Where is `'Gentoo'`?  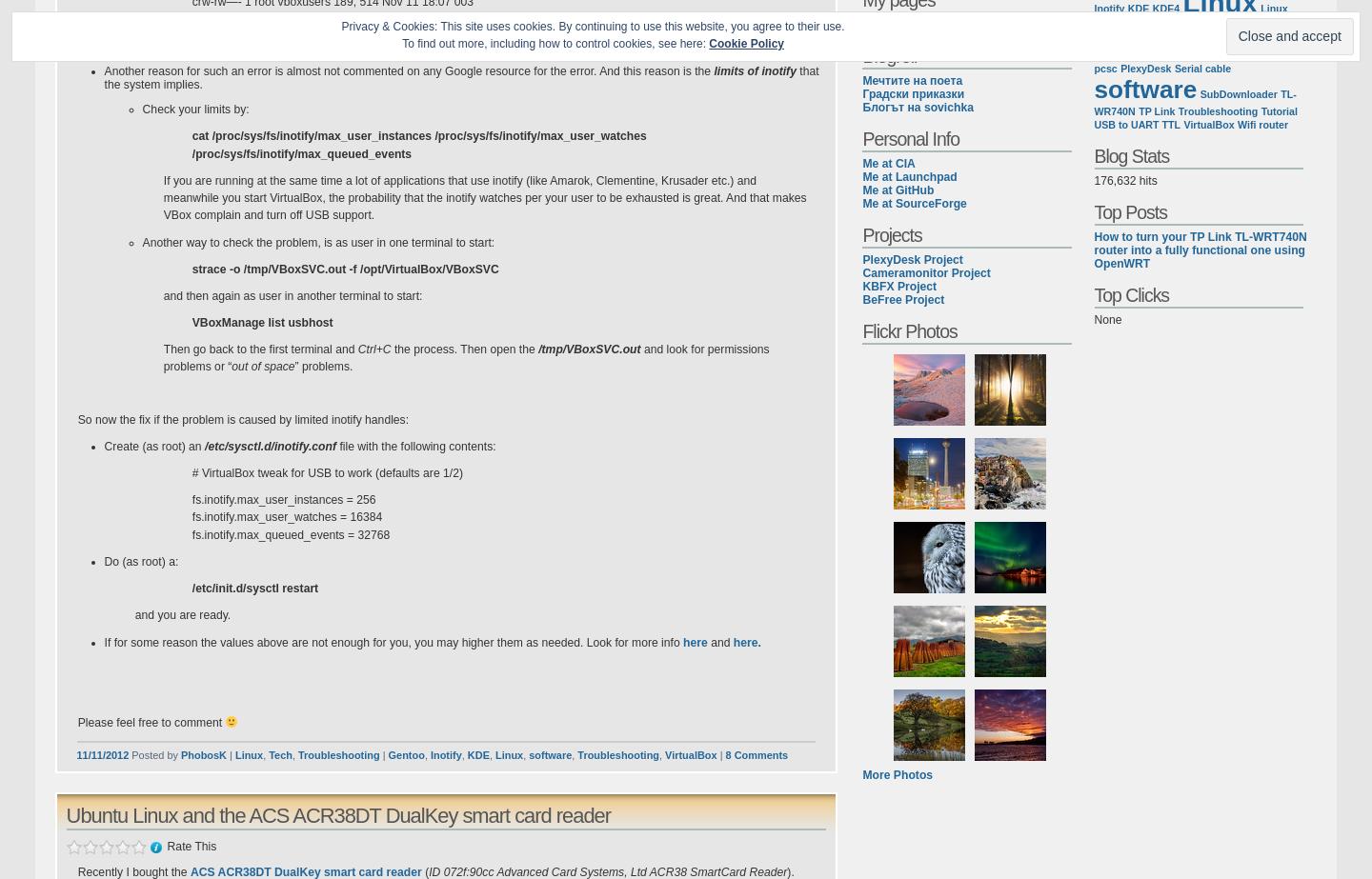
'Gentoo' is located at coordinates (405, 753).